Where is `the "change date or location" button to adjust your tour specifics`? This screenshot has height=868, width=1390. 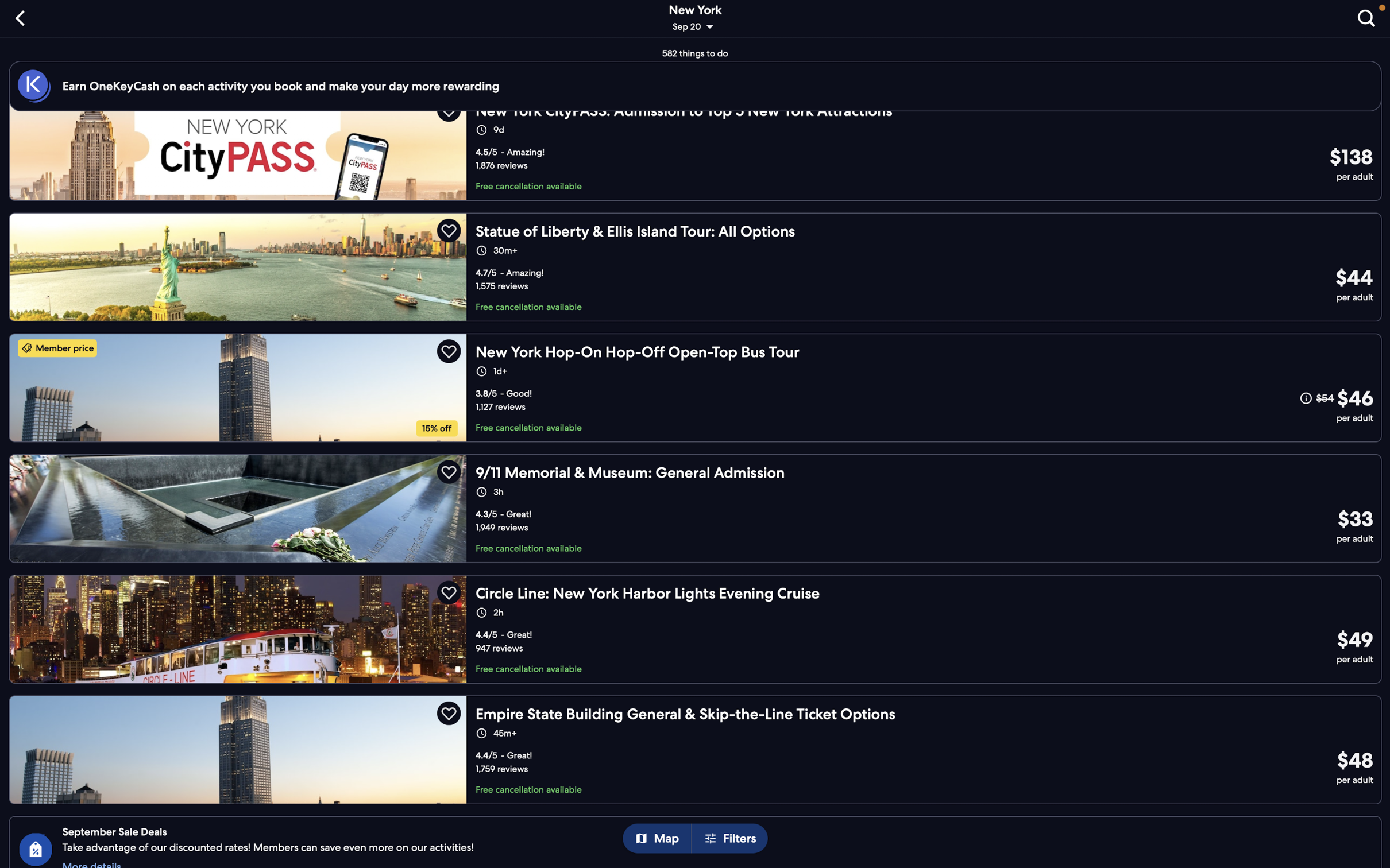 the "change date or location" button to adjust your tour specifics is located at coordinates (696, 20).